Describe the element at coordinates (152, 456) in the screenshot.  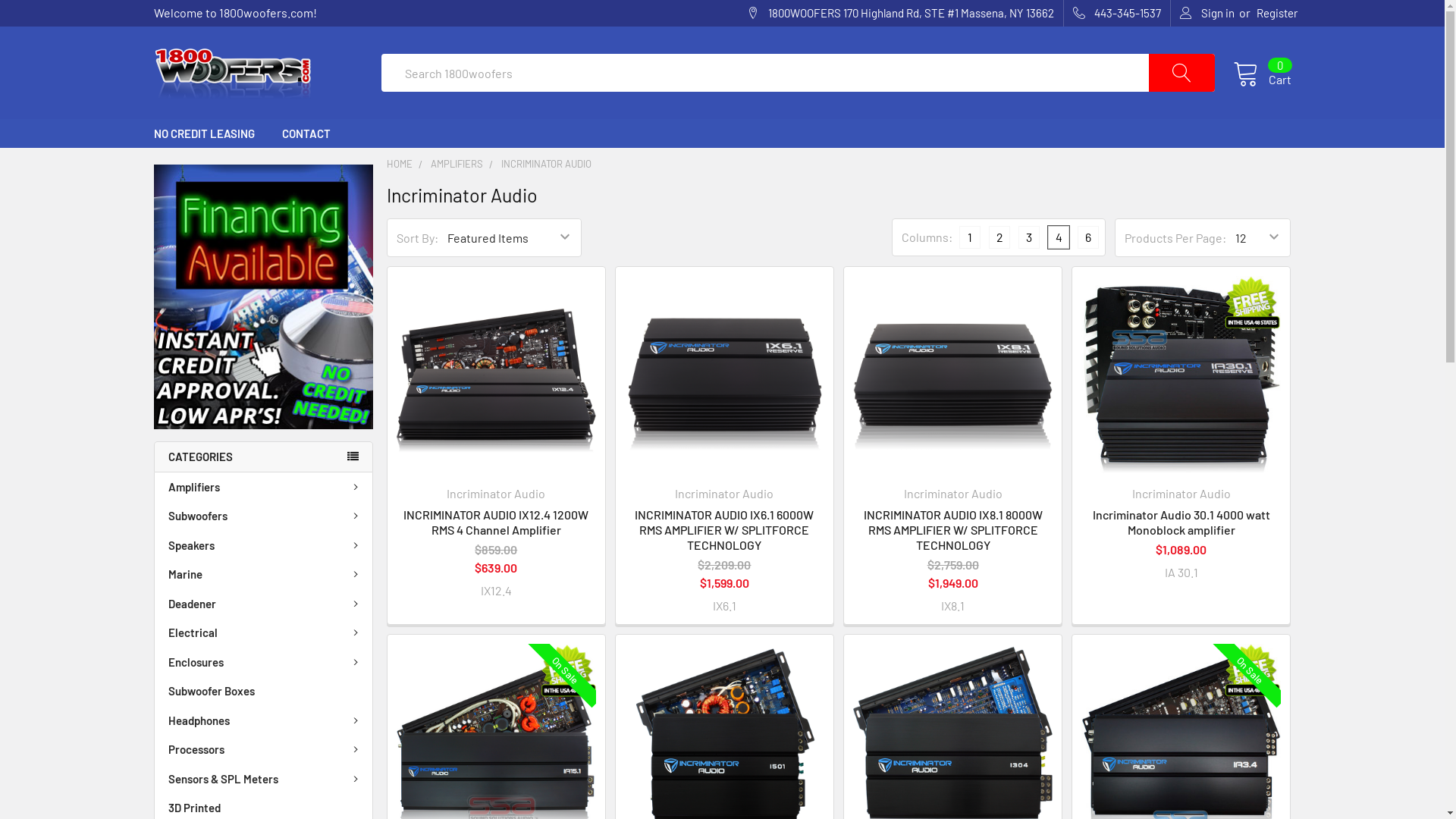
I see `'CATEGORIES'` at that location.